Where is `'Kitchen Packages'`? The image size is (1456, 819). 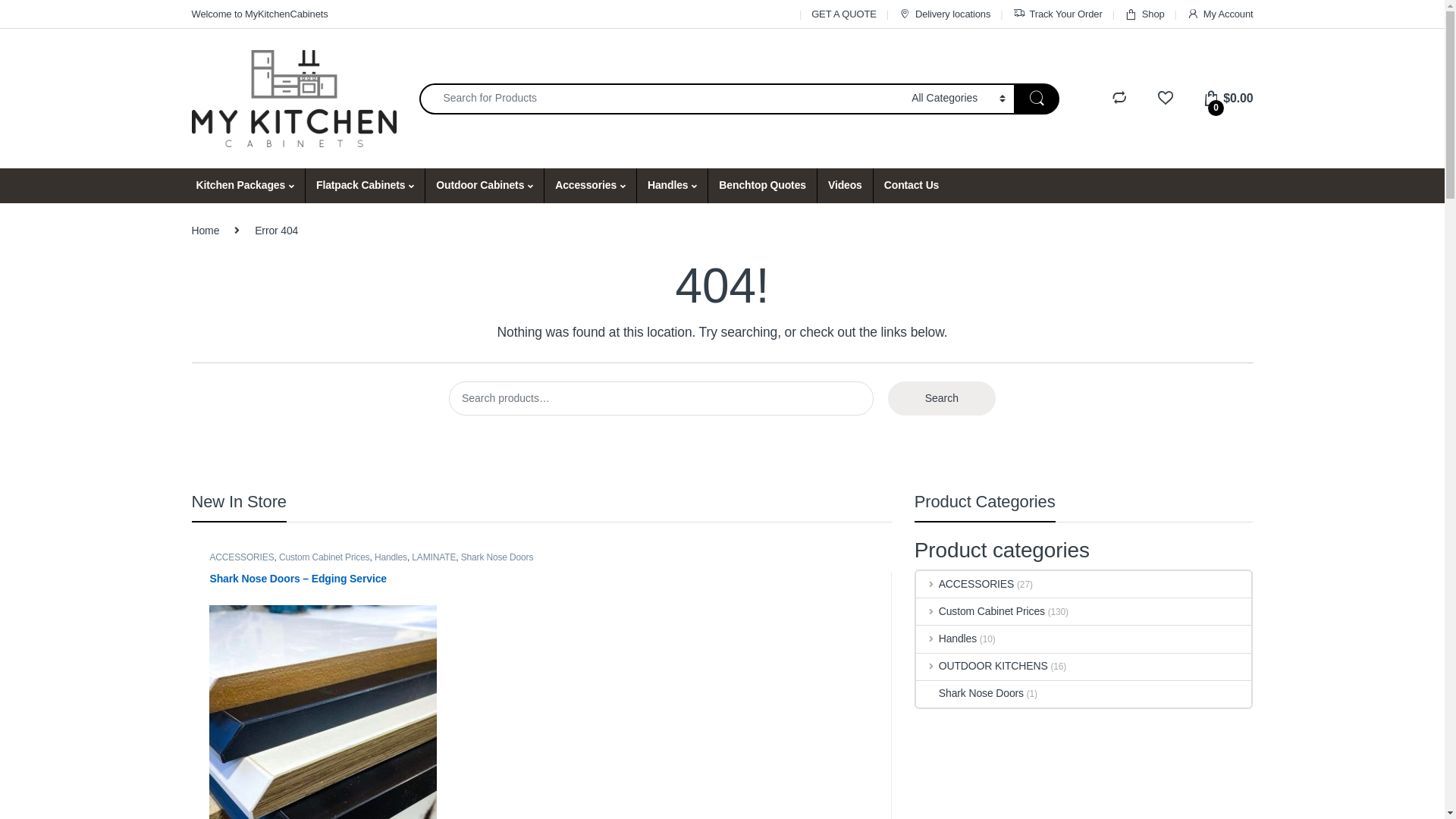
'Kitchen Packages' is located at coordinates (244, 185).